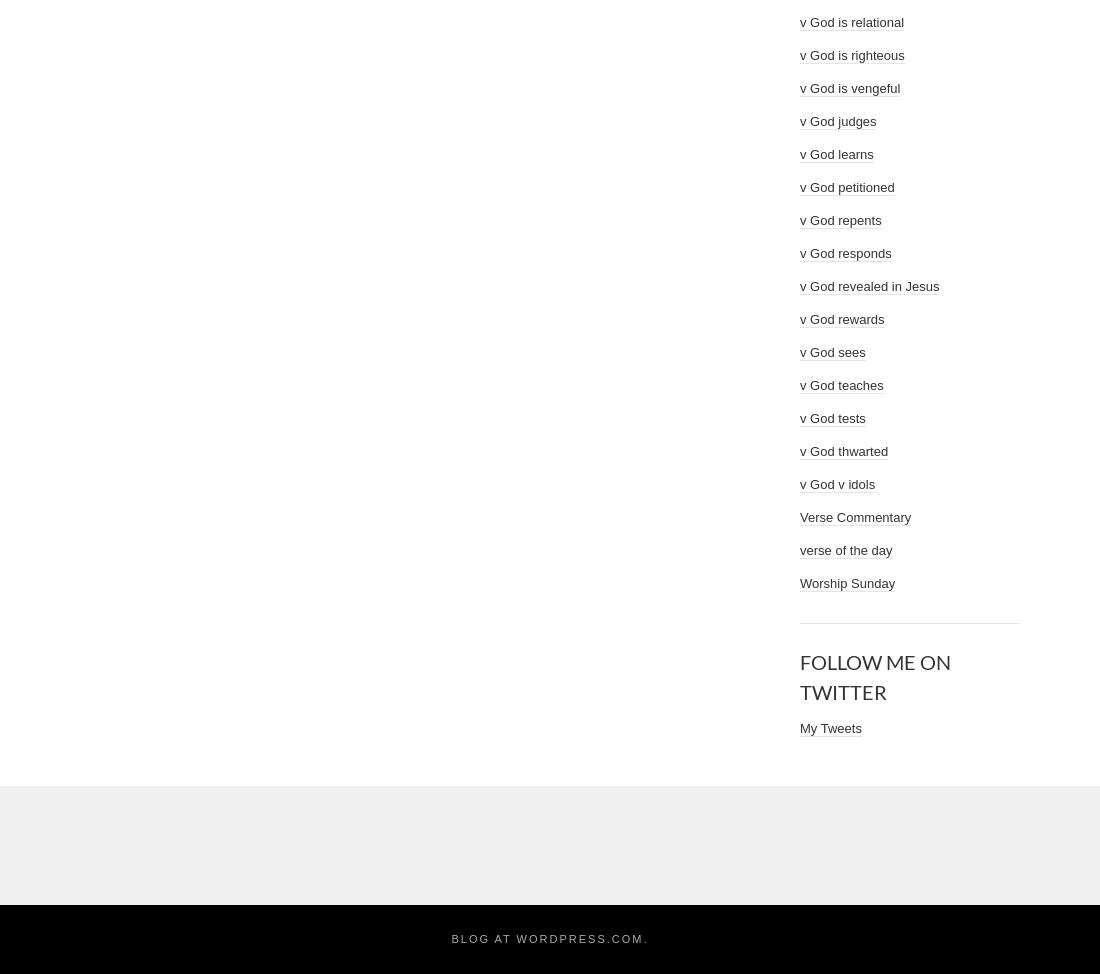 This screenshot has width=1100, height=974. Describe the element at coordinates (800, 352) in the screenshot. I see `'v God sees'` at that location.